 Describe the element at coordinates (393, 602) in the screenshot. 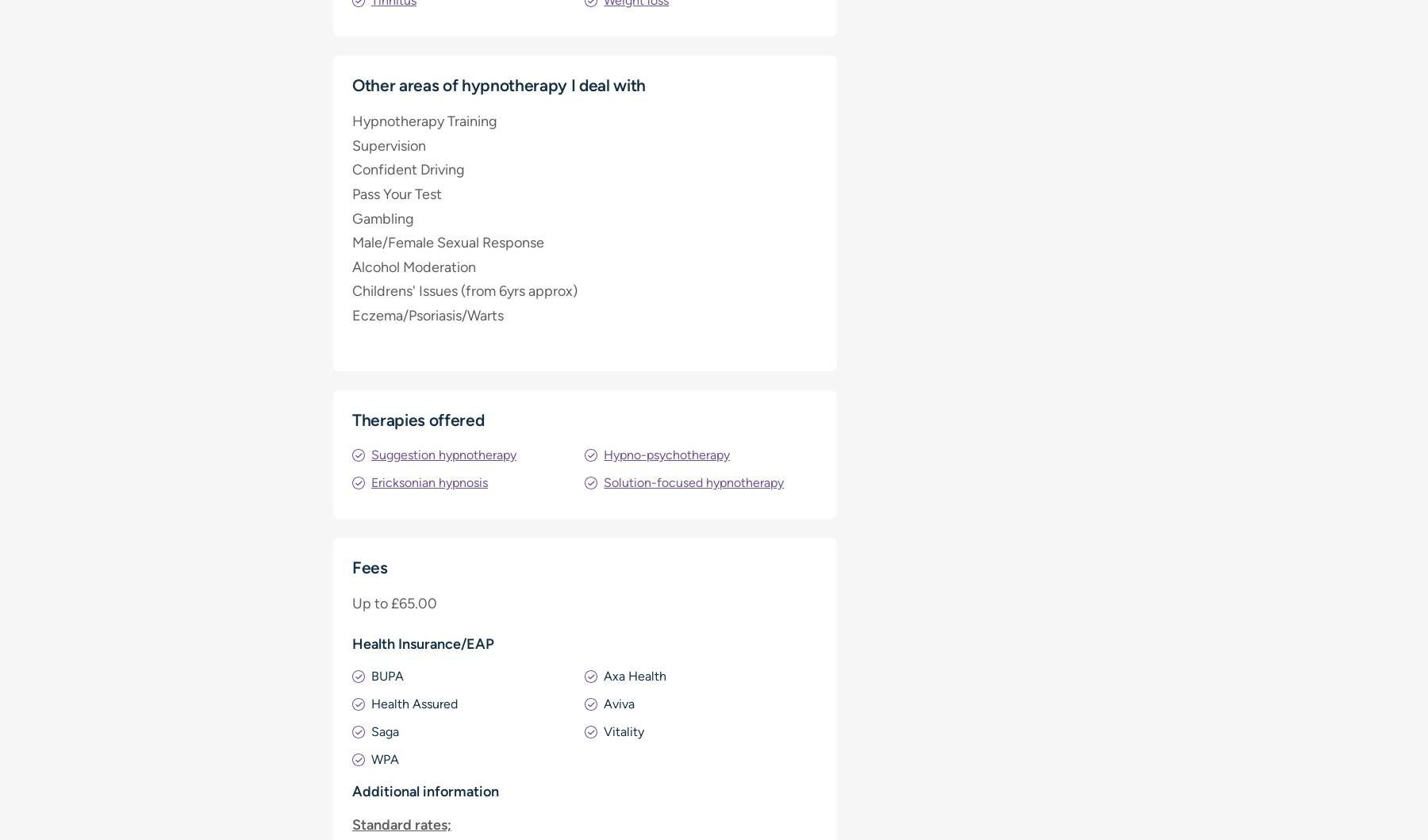

I see `'Up to £65.00'` at that location.